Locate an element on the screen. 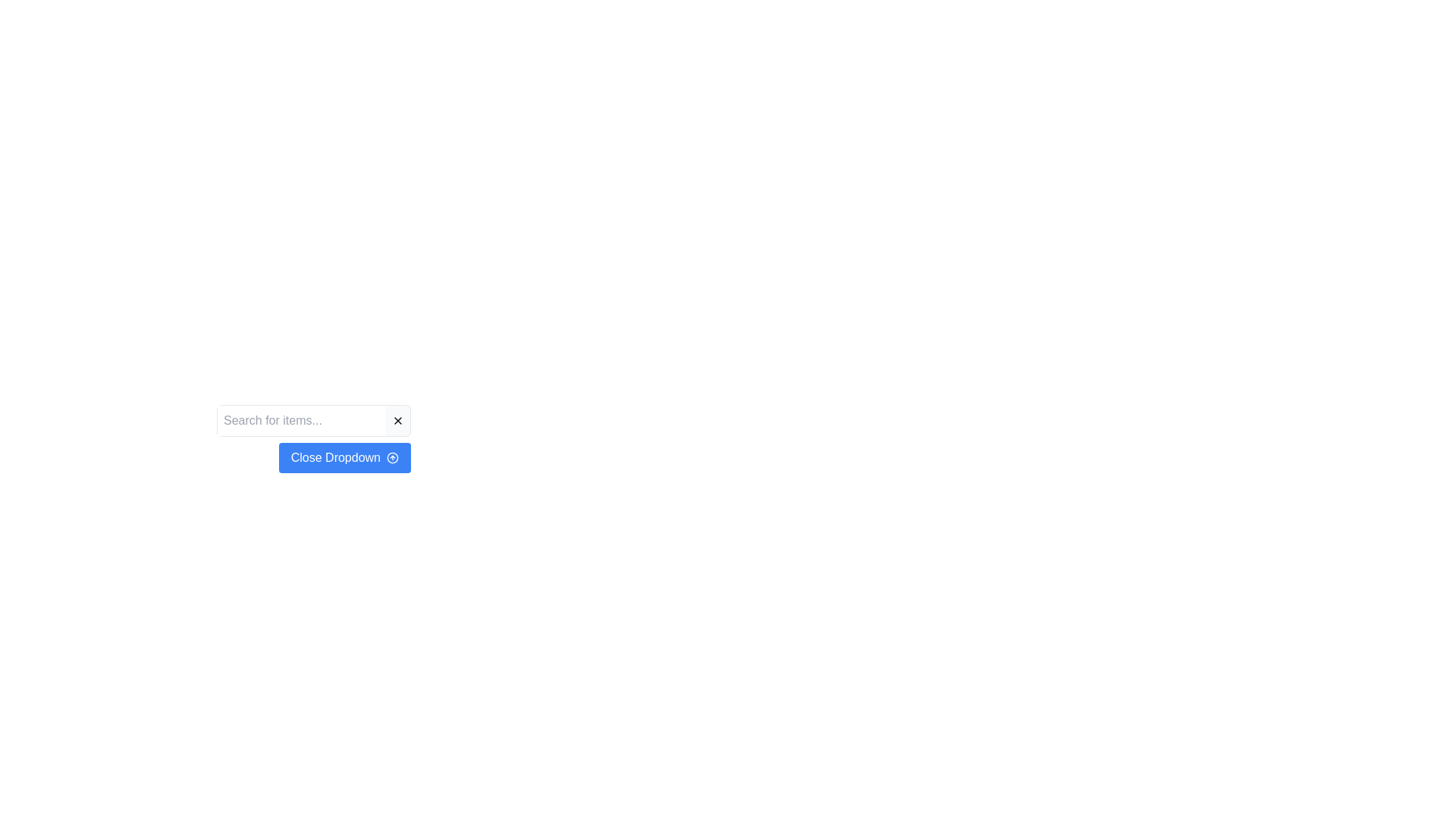 This screenshot has height=819, width=1456. the upward-pointing circular arrow icon within the 'Close Dropdown' button, which is styled in white against a blue background is located at coordinates (393, 457).